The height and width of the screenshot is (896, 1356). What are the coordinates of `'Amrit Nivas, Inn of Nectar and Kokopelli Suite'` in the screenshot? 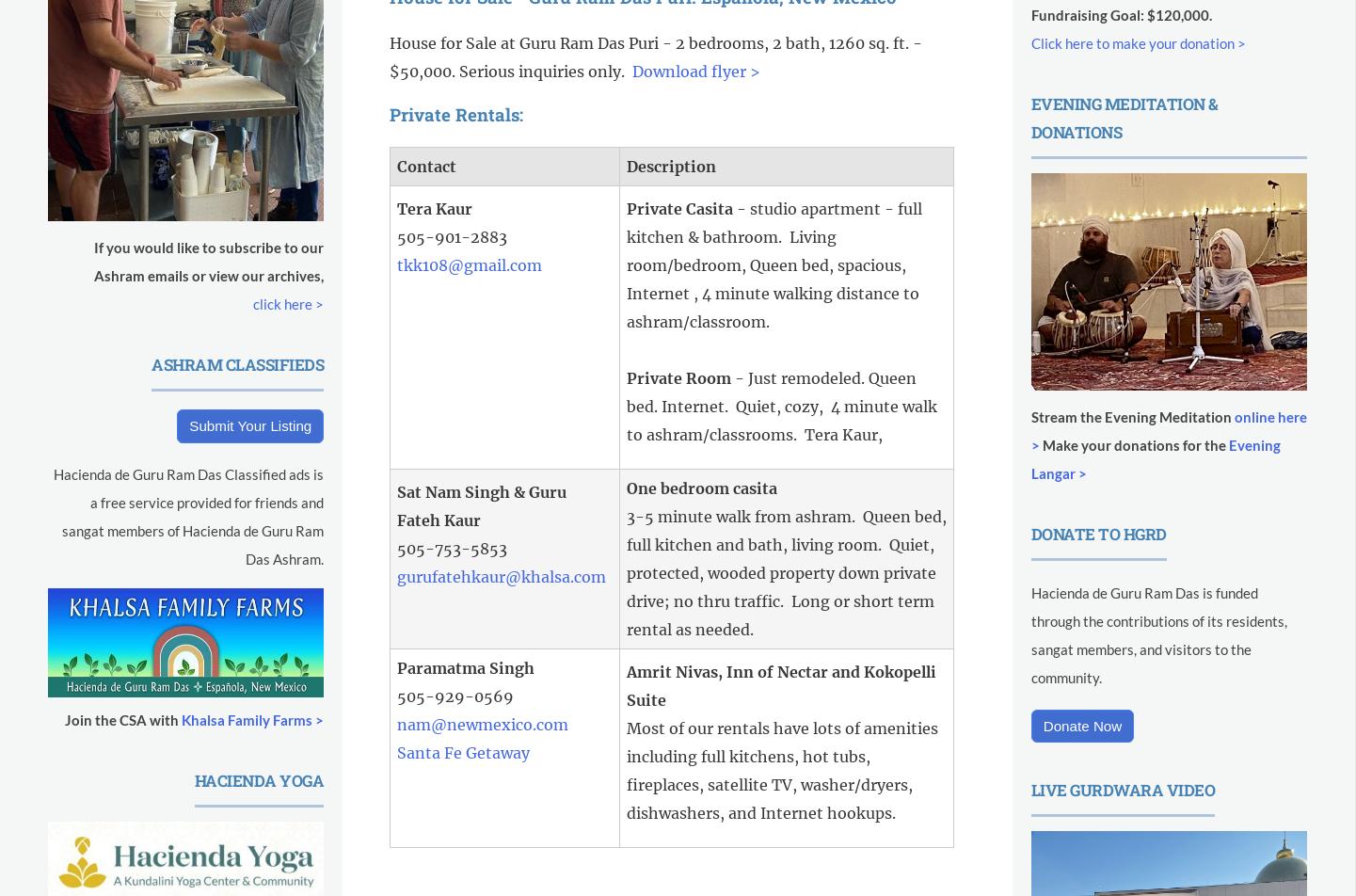 It's located at (780, 684).